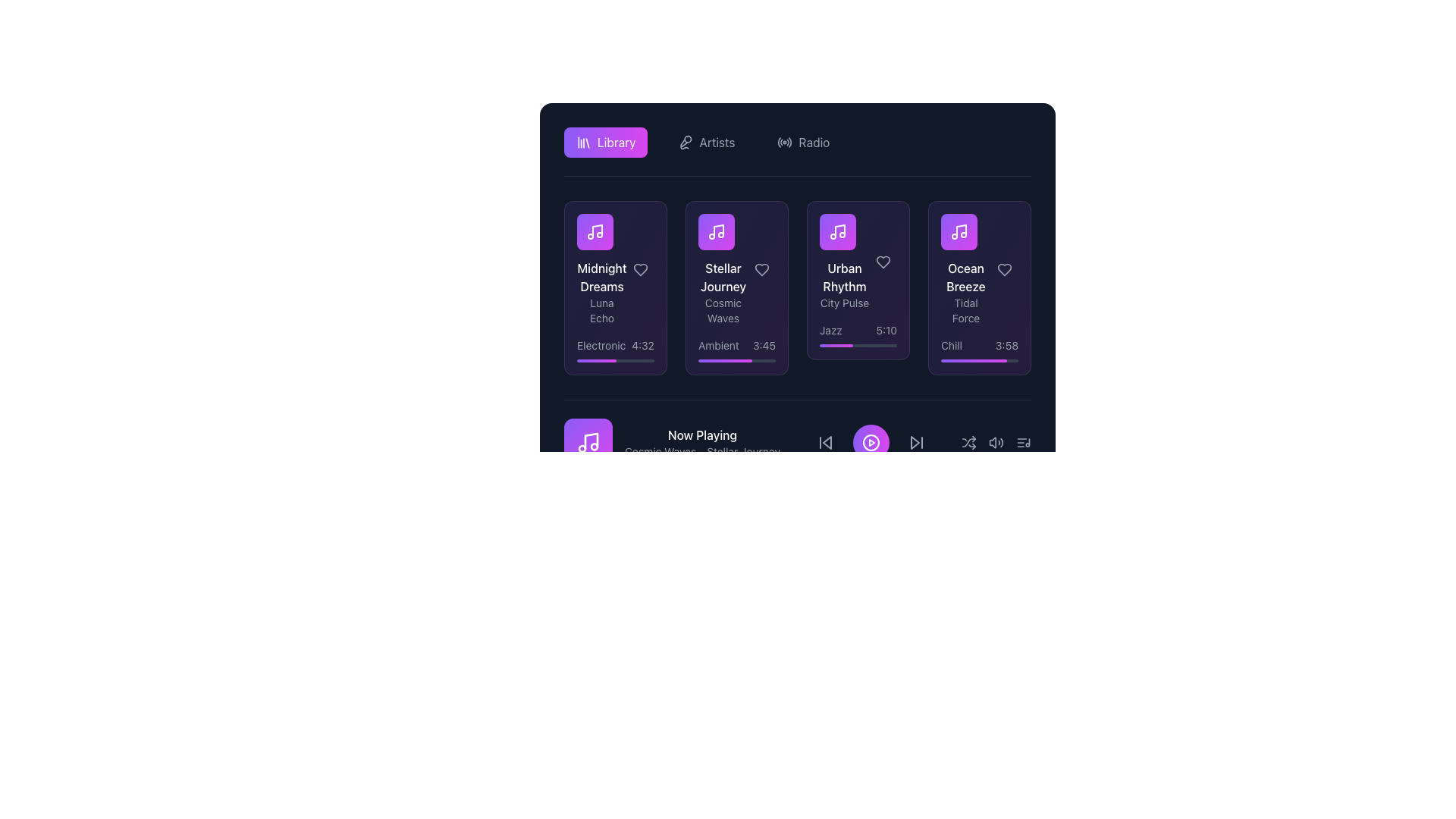 This screenshot has height=819, width=1456. I want to click on the static text label displaying secondary information, located directly below the text 'Midnight Dreams' in the first card of the horizontally arranged list, so click(601, 309).